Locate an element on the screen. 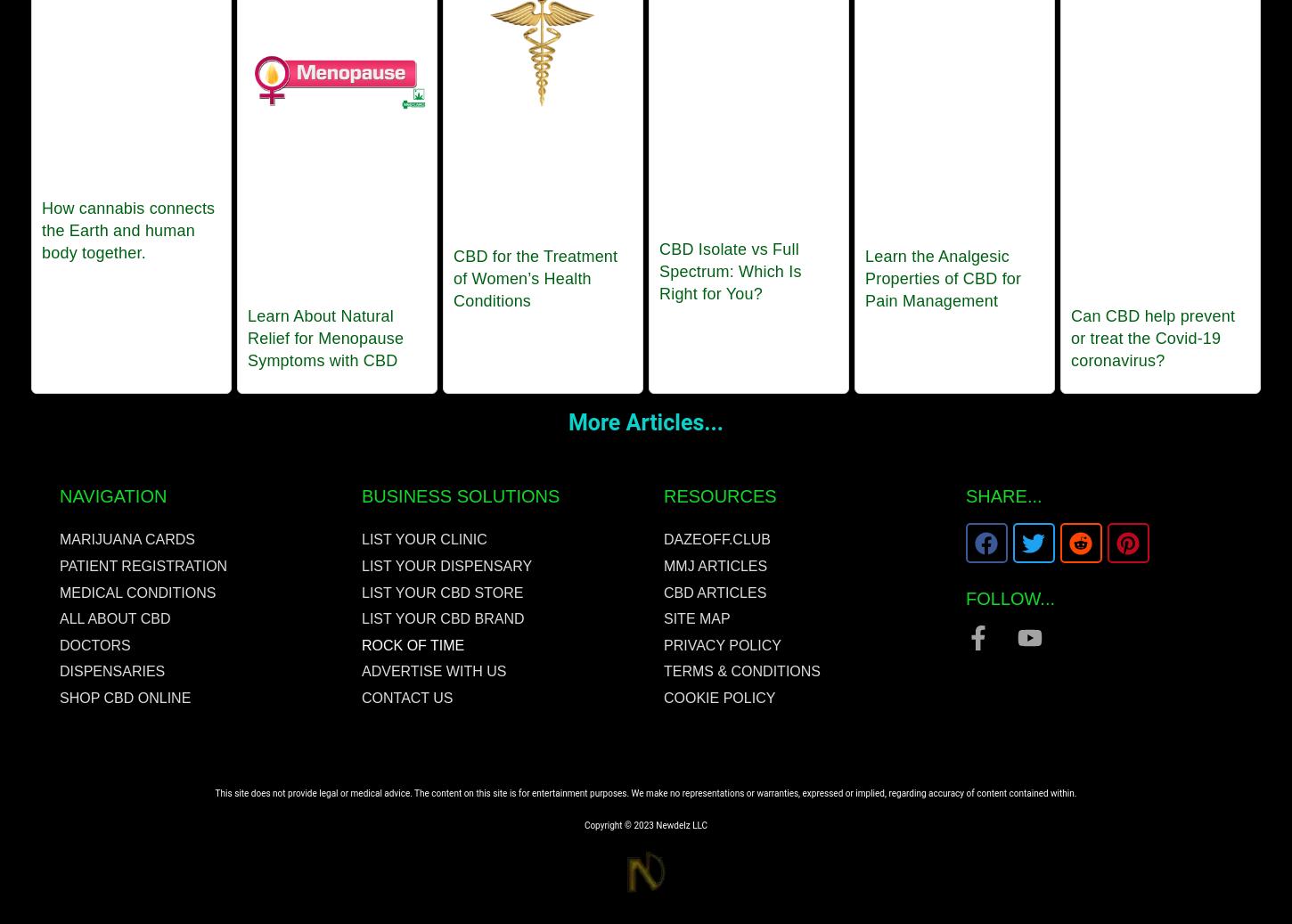 The height and width of the screenshot is (924, 1292). 'Copyright © 2023 Newdelz LLC' is located at coordinates (644, 824).